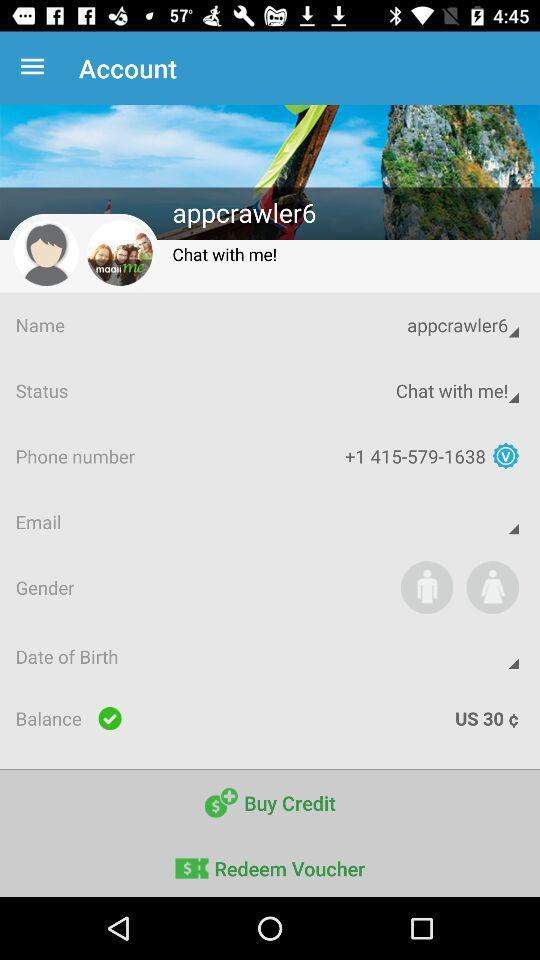 Image resolution: width=540 pixels, height=960 pixels. I want to click on gender, so click(426, 587).